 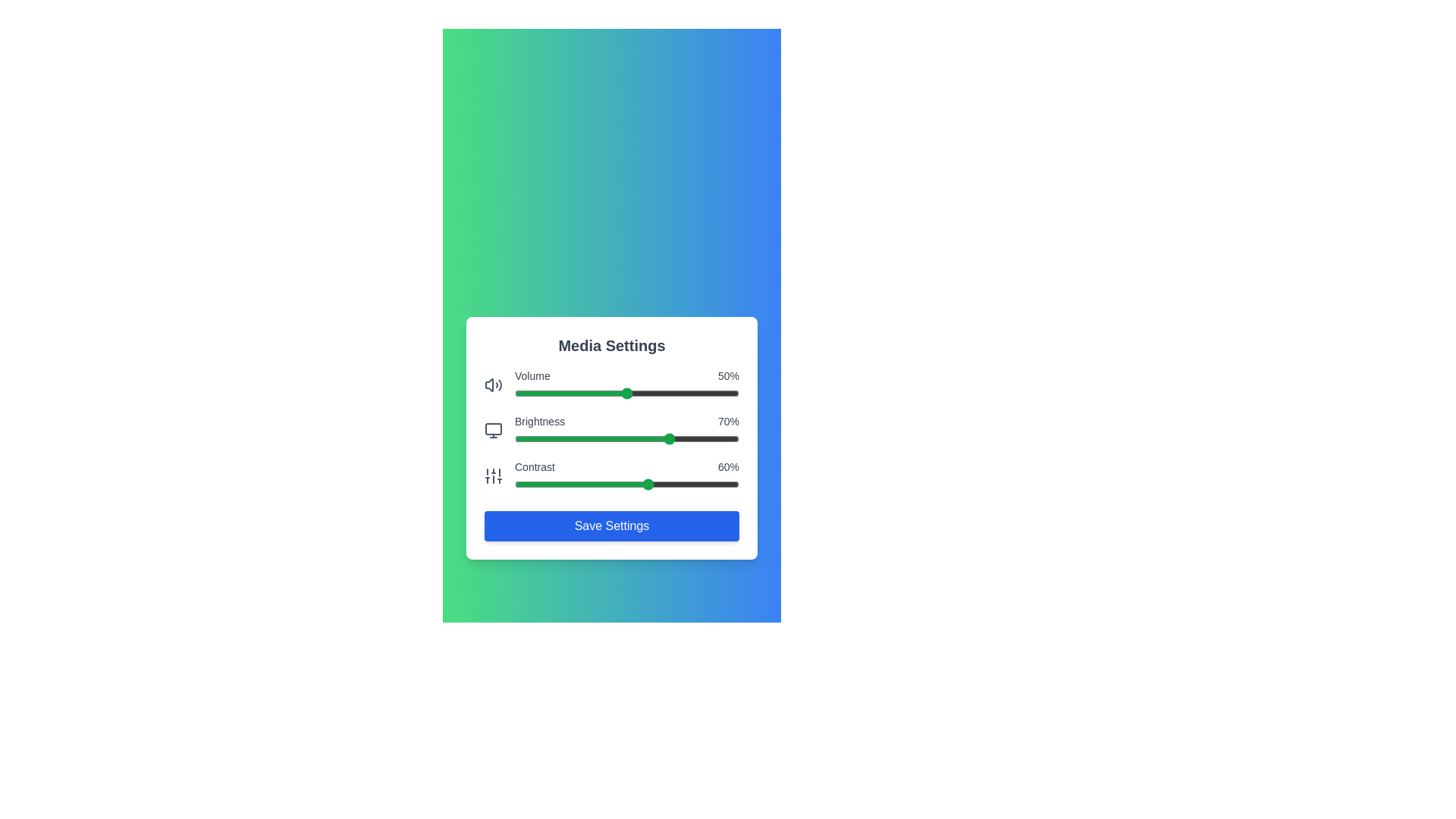 What do you see at coordinates (494, 384) in the screenshot?
I see `the volume icon to interact with it` at bounding box center [494, 384].